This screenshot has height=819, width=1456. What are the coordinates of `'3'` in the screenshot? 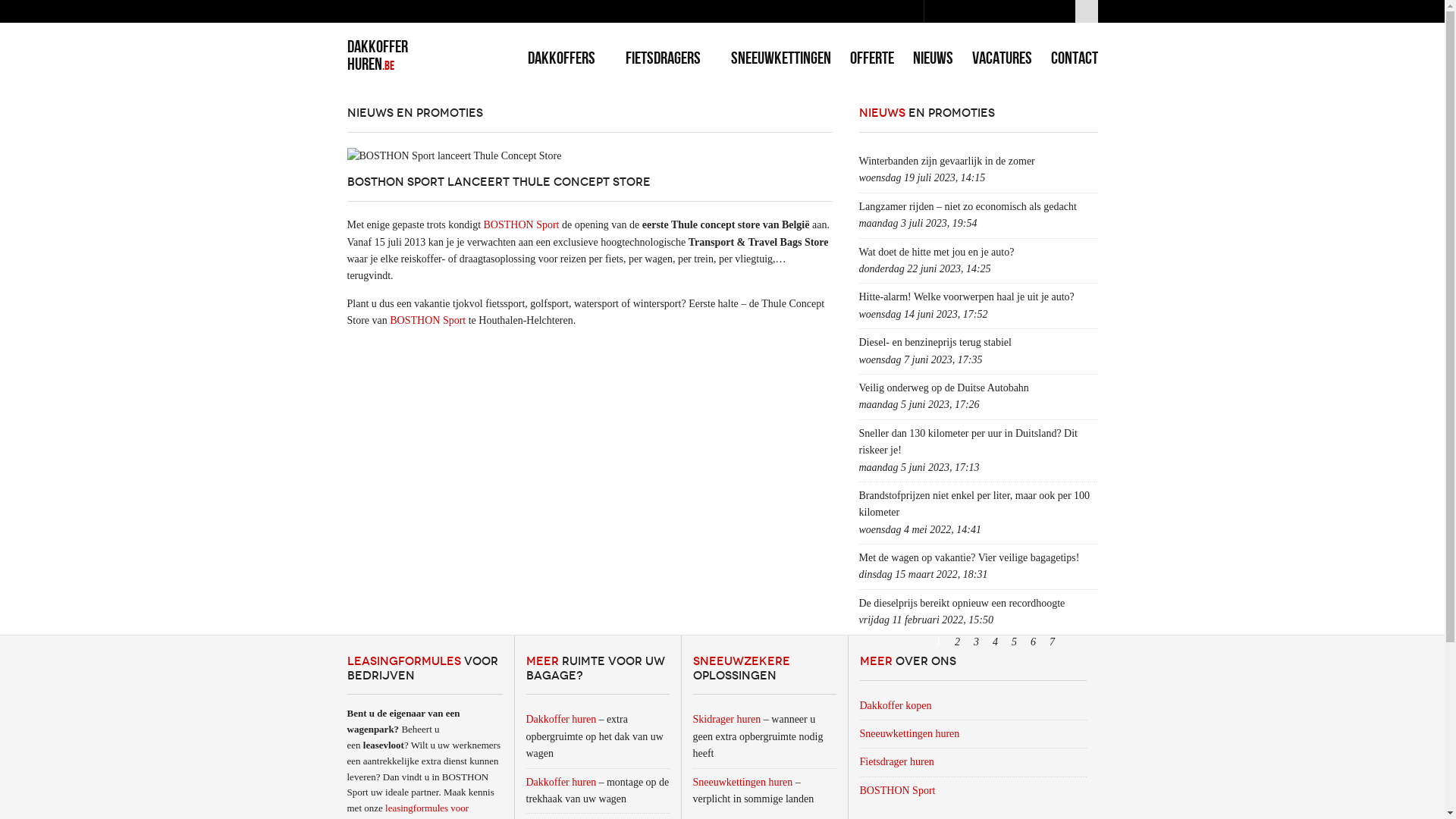 It's located at (976, 642).